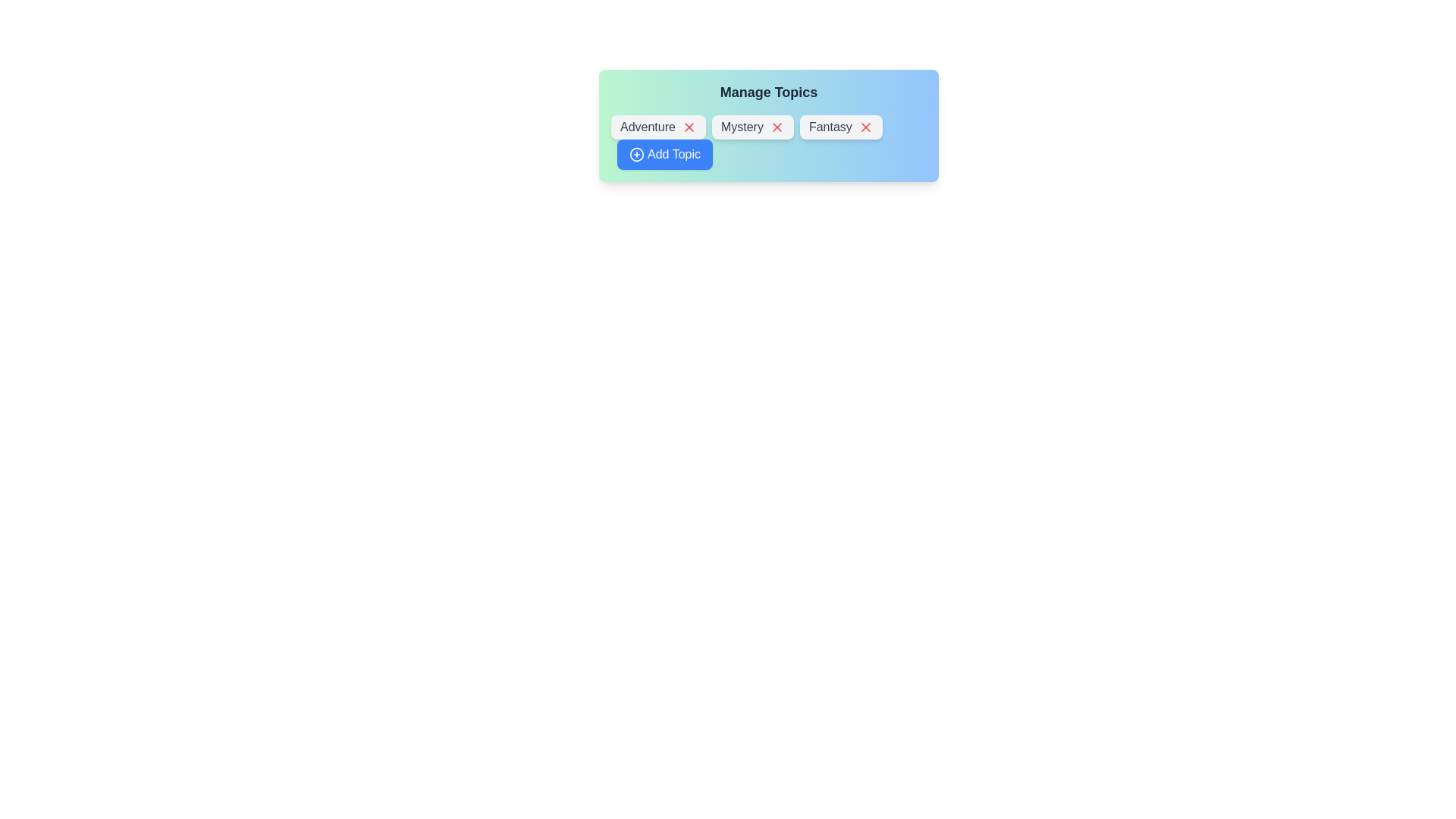 This screenshot has width=1456, height=819. Describe the element at coordinates (768, 415) in the screenshot. I see `the background area of the ChipManager component` at that location.